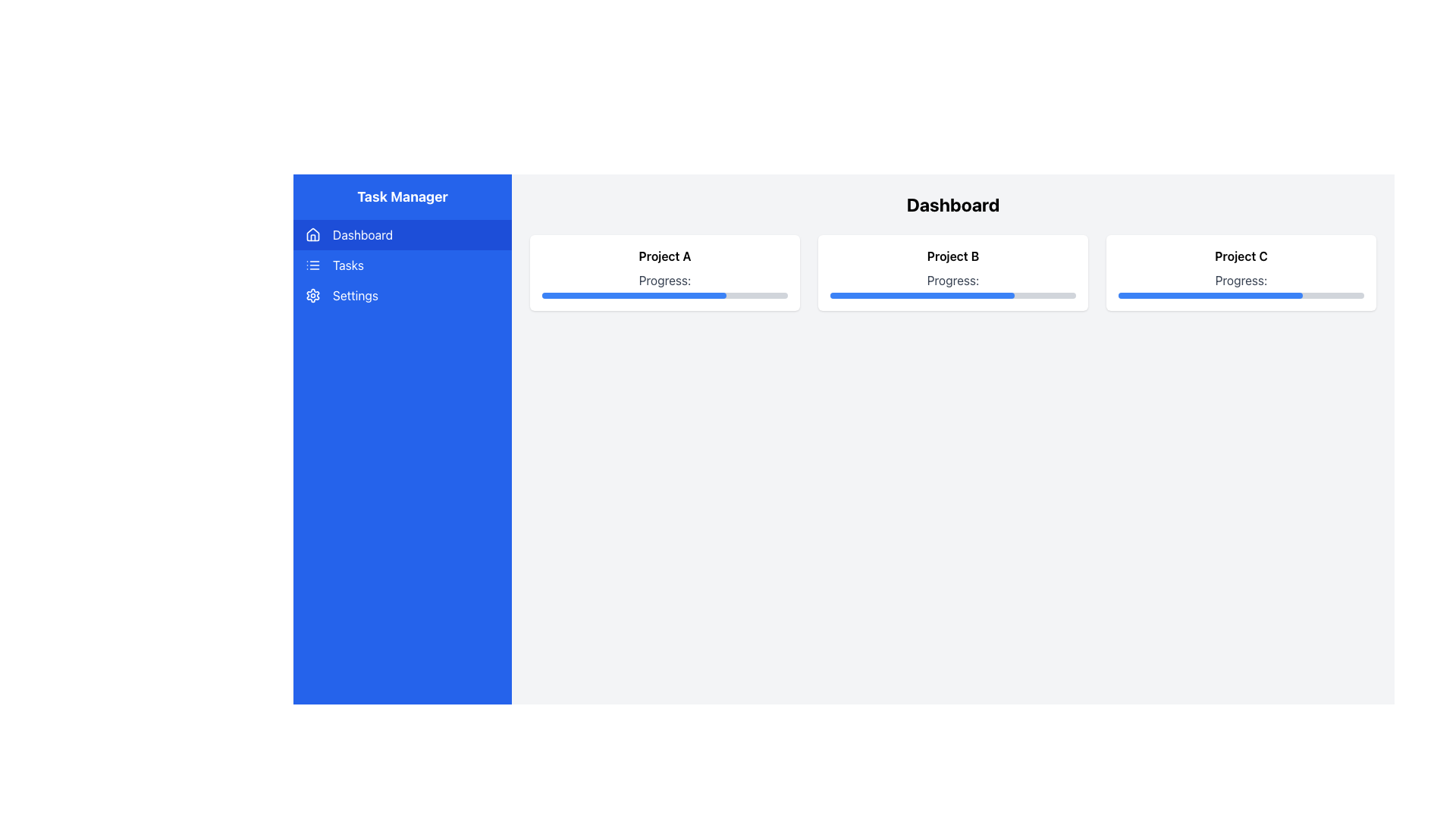 Image resolution: width=1456 pixels, height=819 pixels. What do you see at coordinates (952, 271) in the screenshot?
I see `the 'Project B' card which has a progress bar and is the second card in a row of three on the dashboard` at bounding box center [952, 271].